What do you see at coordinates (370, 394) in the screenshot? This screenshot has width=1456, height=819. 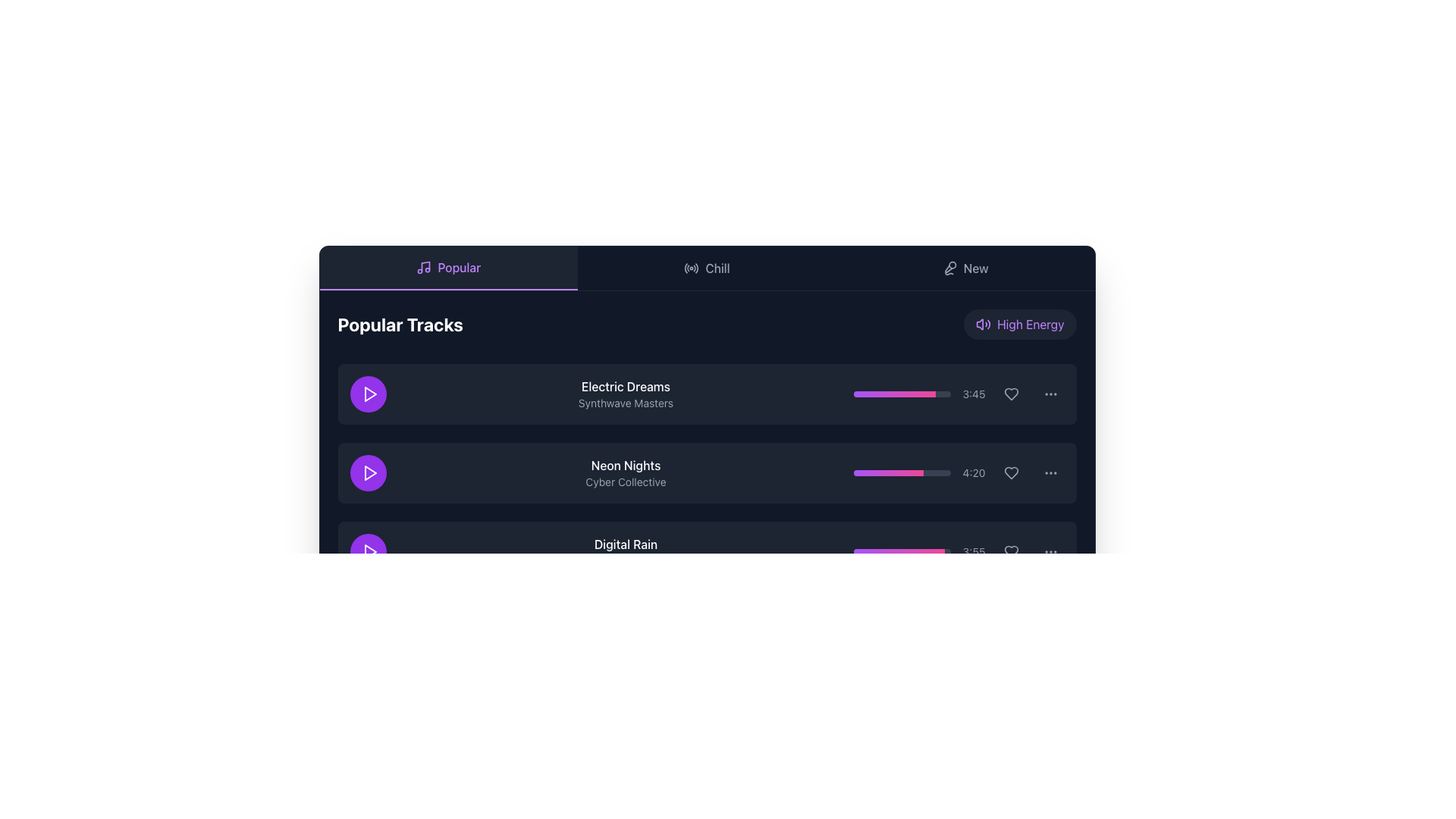 I see `the play button for the track 'Electric Dreams' located in the 'Popular Tracks' section` at bounding box center [370, 394].